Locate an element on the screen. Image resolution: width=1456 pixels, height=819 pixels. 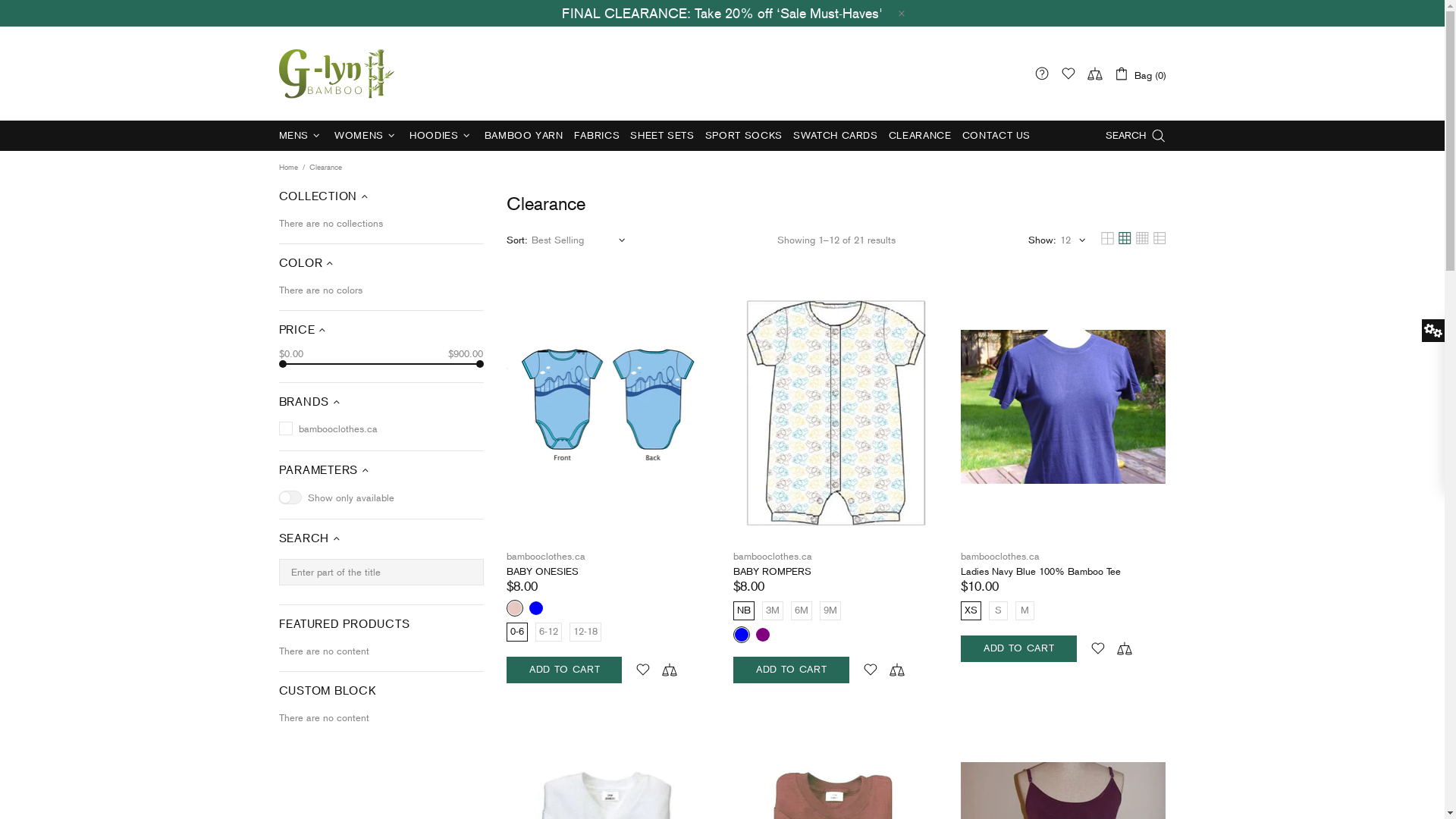
'bambooclothes.ca' is located at coordinates (546, 556).